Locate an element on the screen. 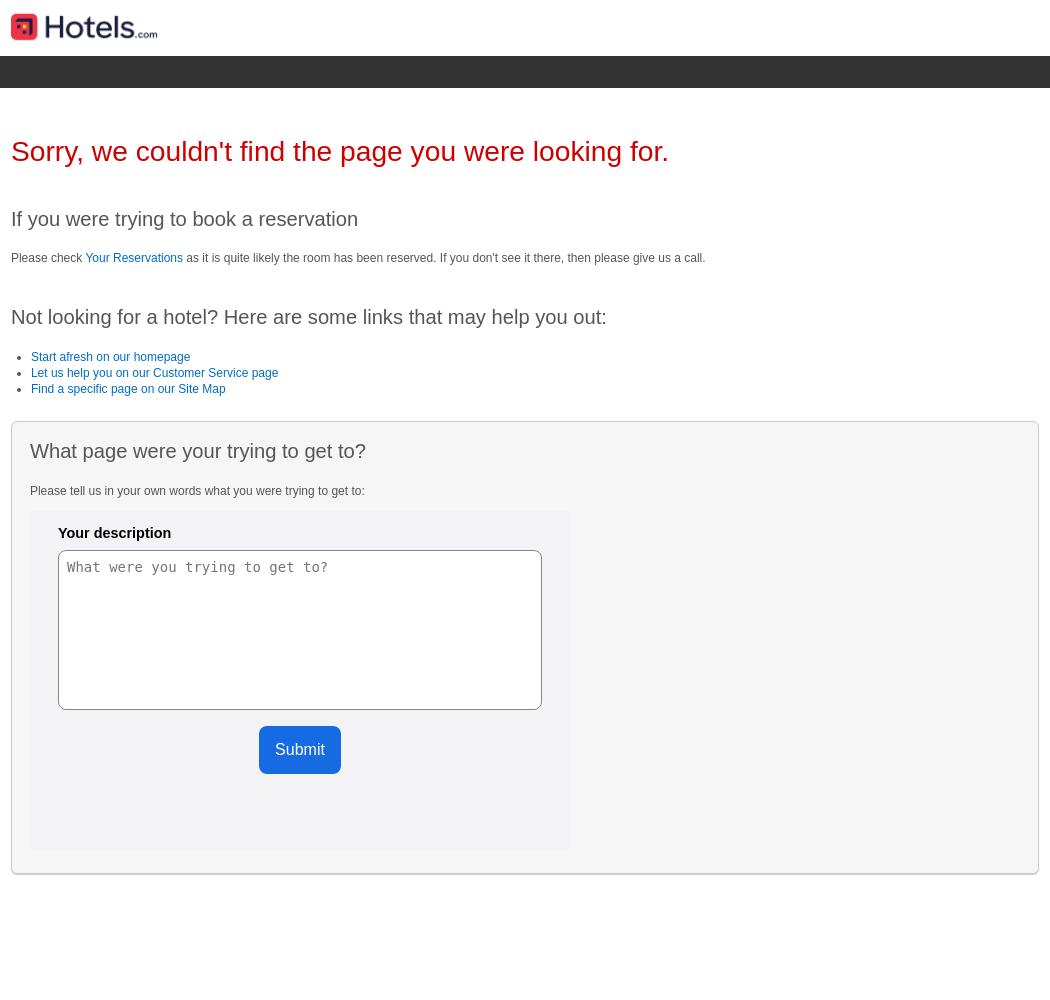  'Please check' is located at coordinates (46, 257).